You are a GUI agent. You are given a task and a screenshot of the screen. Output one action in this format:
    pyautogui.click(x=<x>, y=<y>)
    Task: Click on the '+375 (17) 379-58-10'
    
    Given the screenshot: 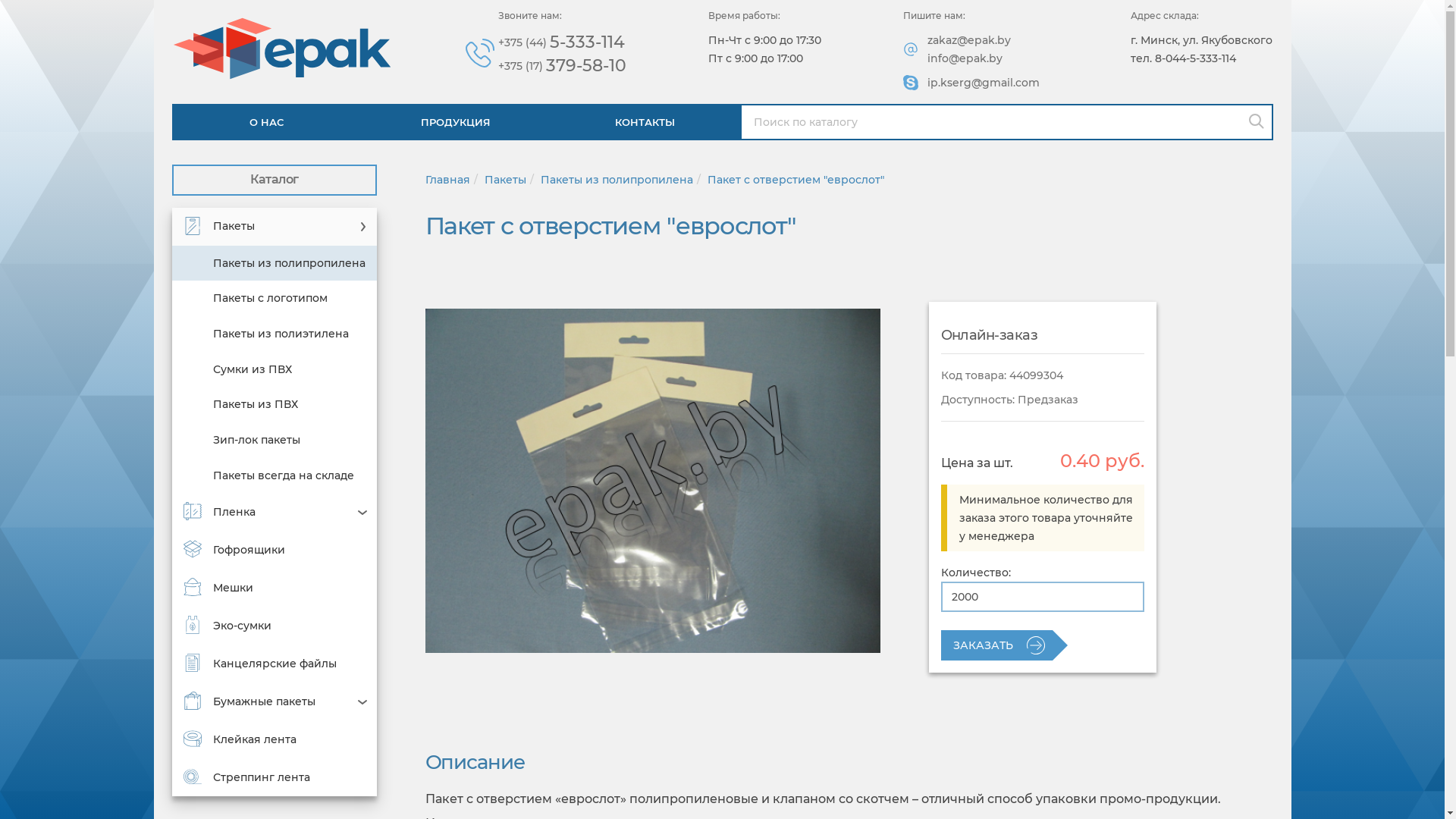 What is the action you would take?
    pyautogui.click(x=561, y=65)
    